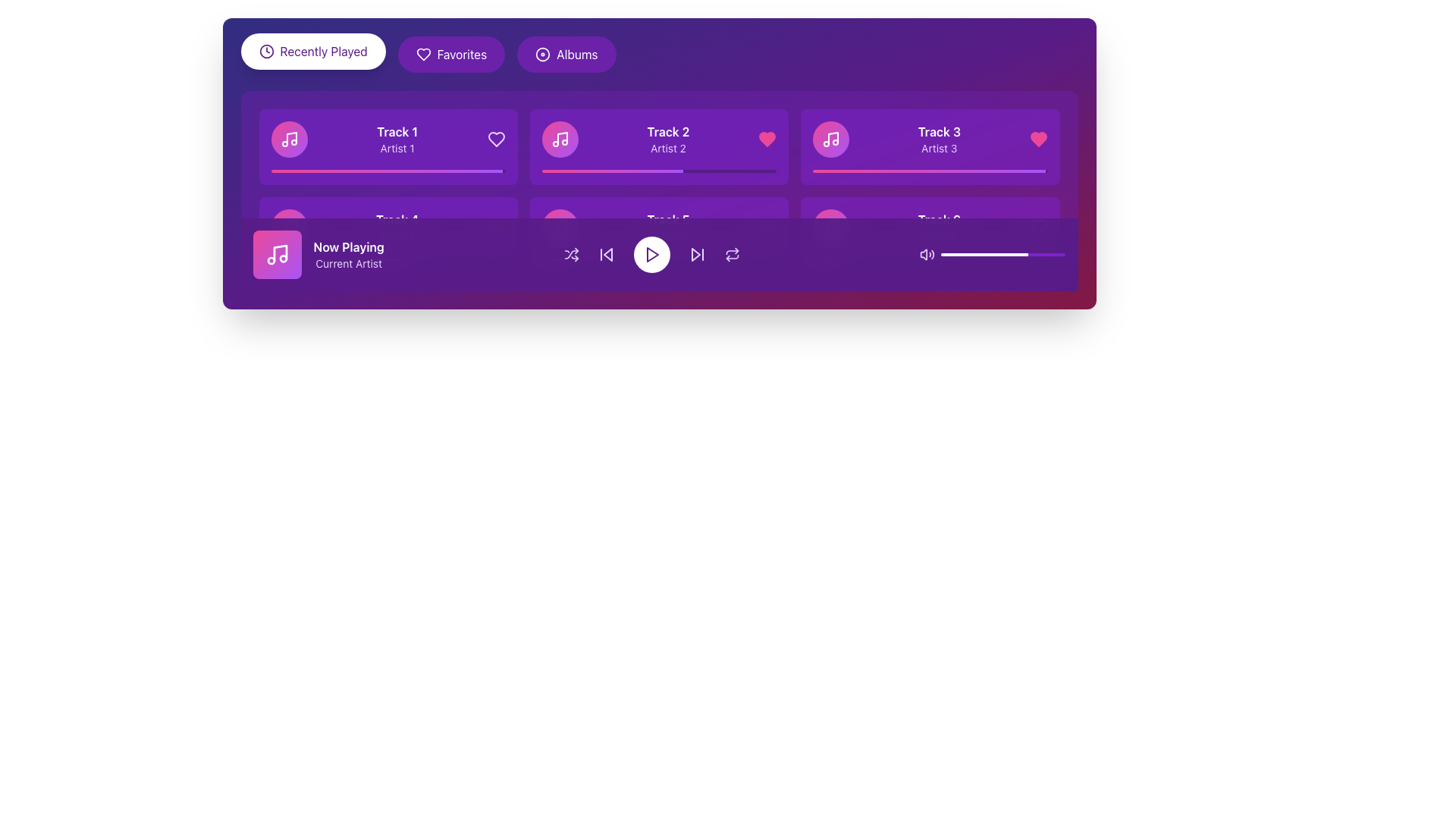  Describe the element at coordinates (388, 171) in the screenshot. I see `the progress visually on the horizontal gradient progress bar located within the card that displays 'Track 1' and 'Artist 1'` at that location.